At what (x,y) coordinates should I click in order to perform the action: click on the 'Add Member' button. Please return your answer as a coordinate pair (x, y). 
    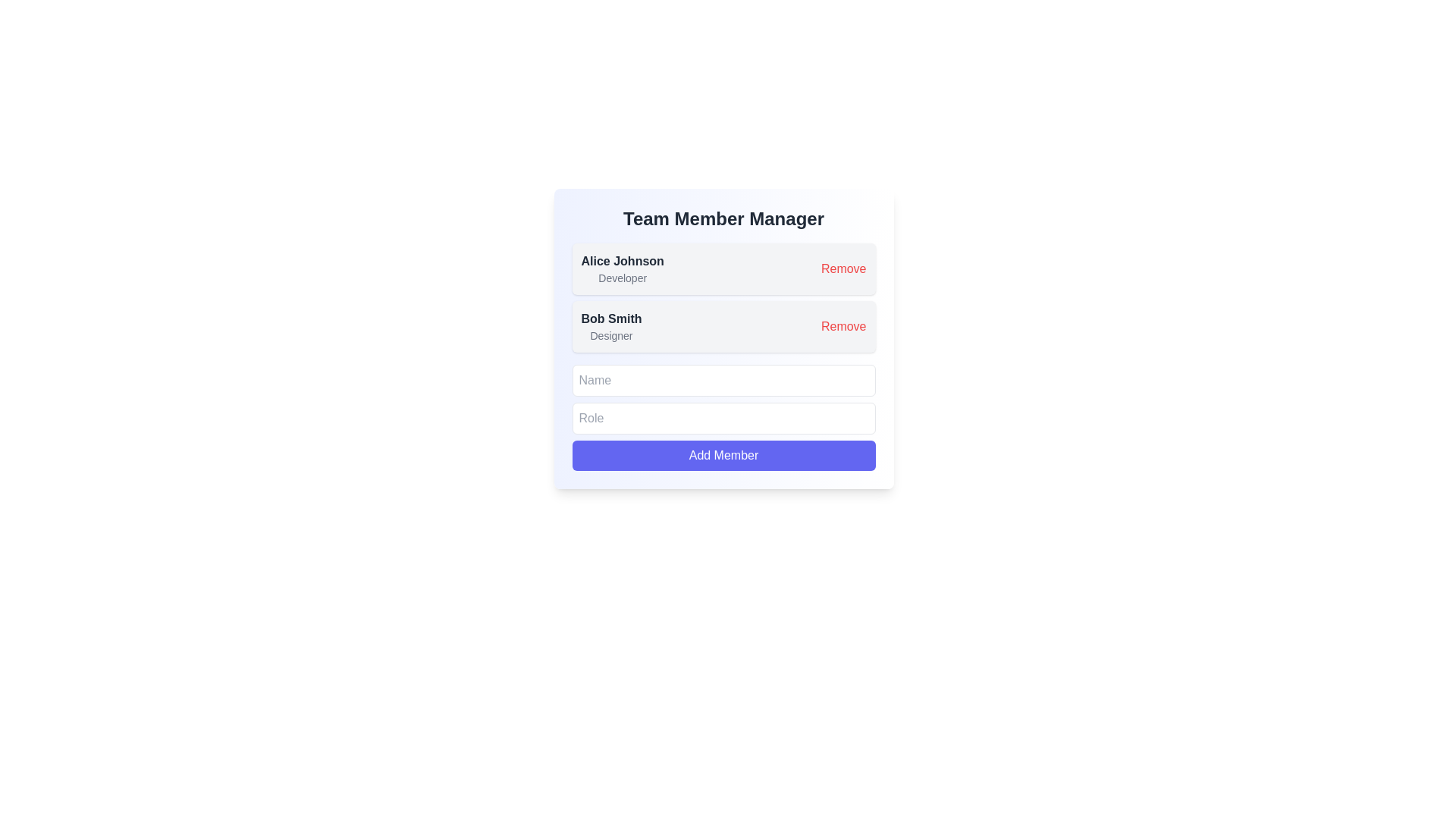
    Looking at the image, I should click on (723, 455).